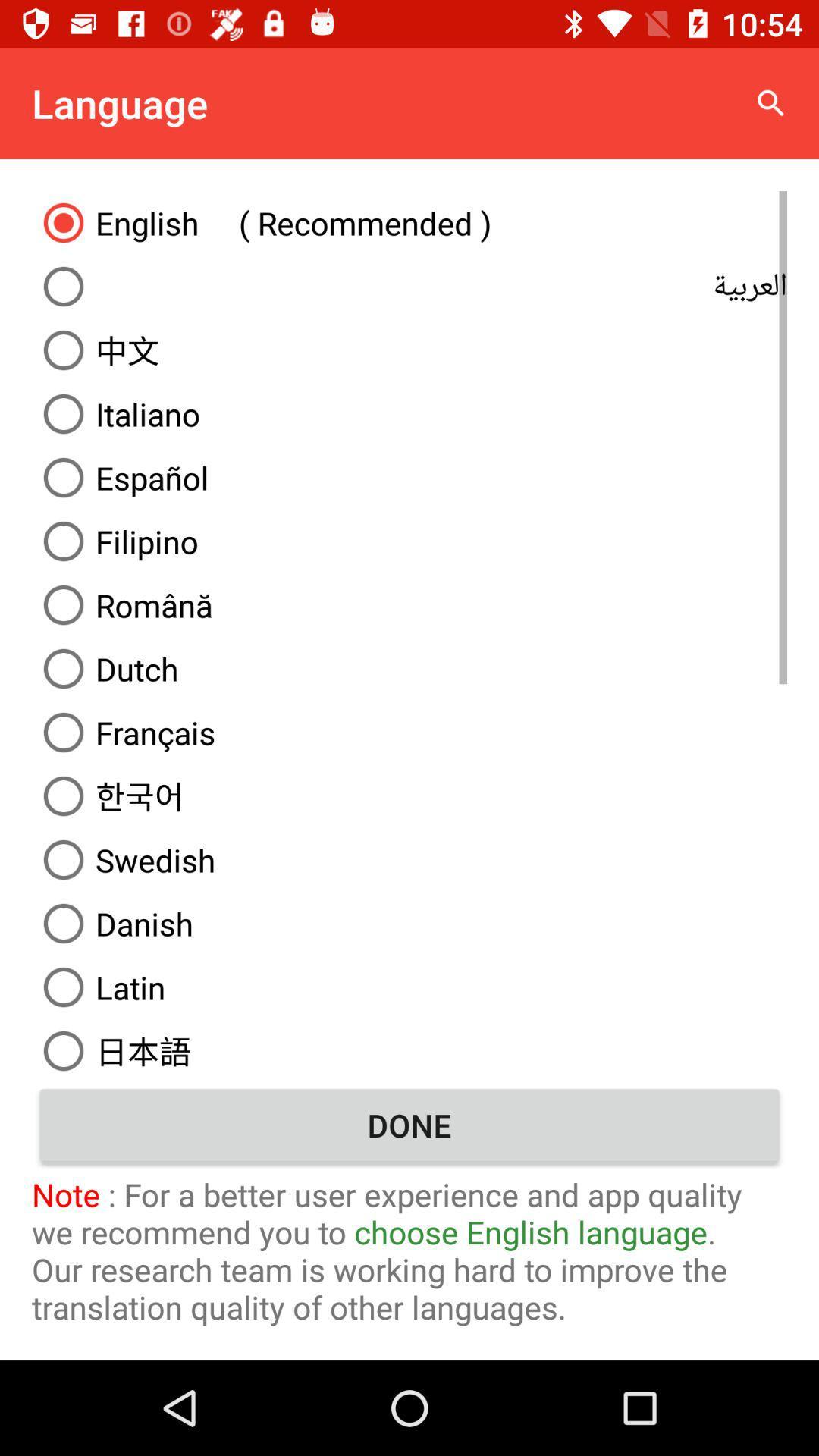  What do you see at coordinates (409, 859) in the screenshot?
I see `swedish` at bounding box center [409, 859].